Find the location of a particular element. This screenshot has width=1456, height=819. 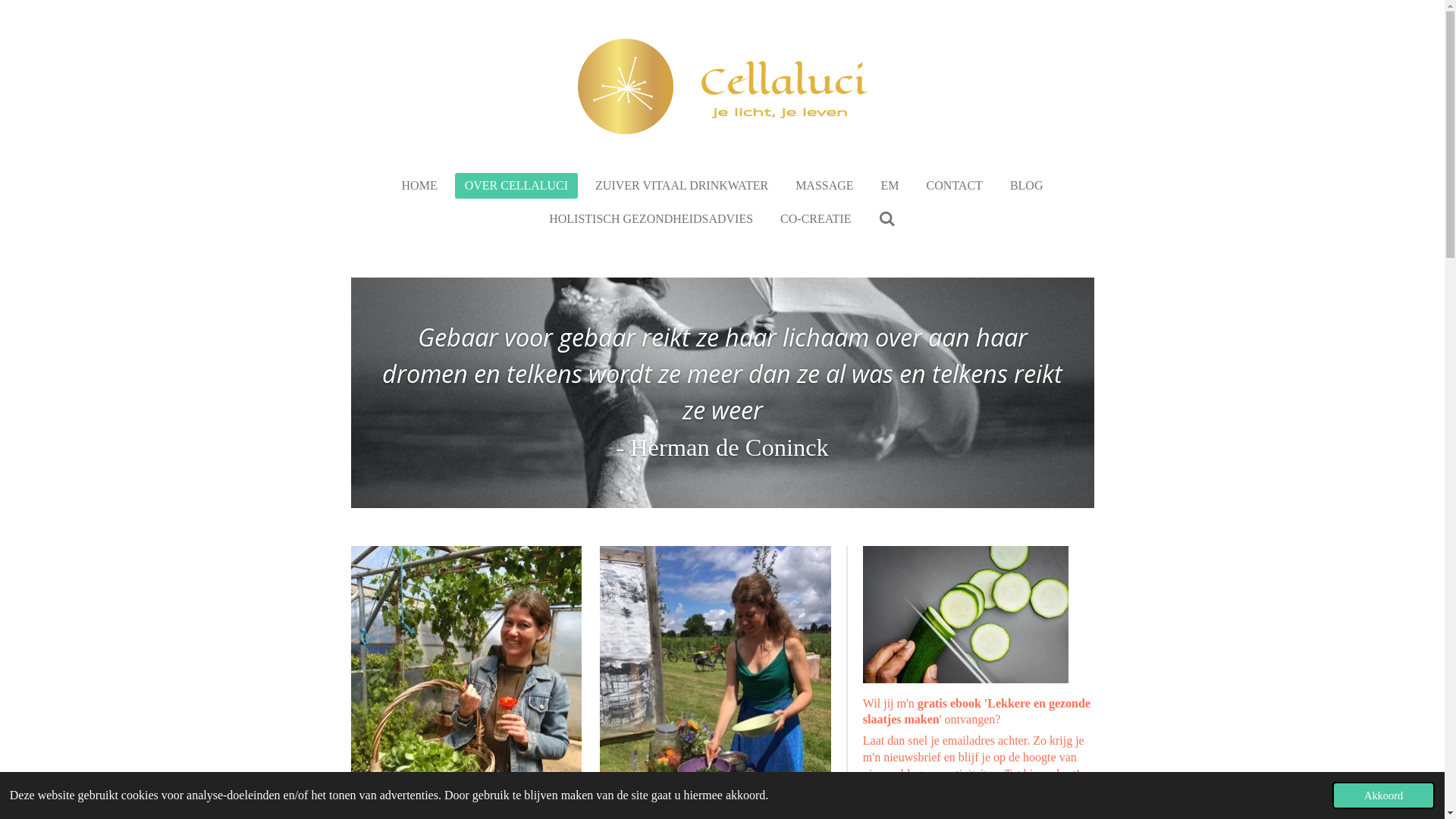

'CO-CREATIE' is located at coordinates (770, 219).